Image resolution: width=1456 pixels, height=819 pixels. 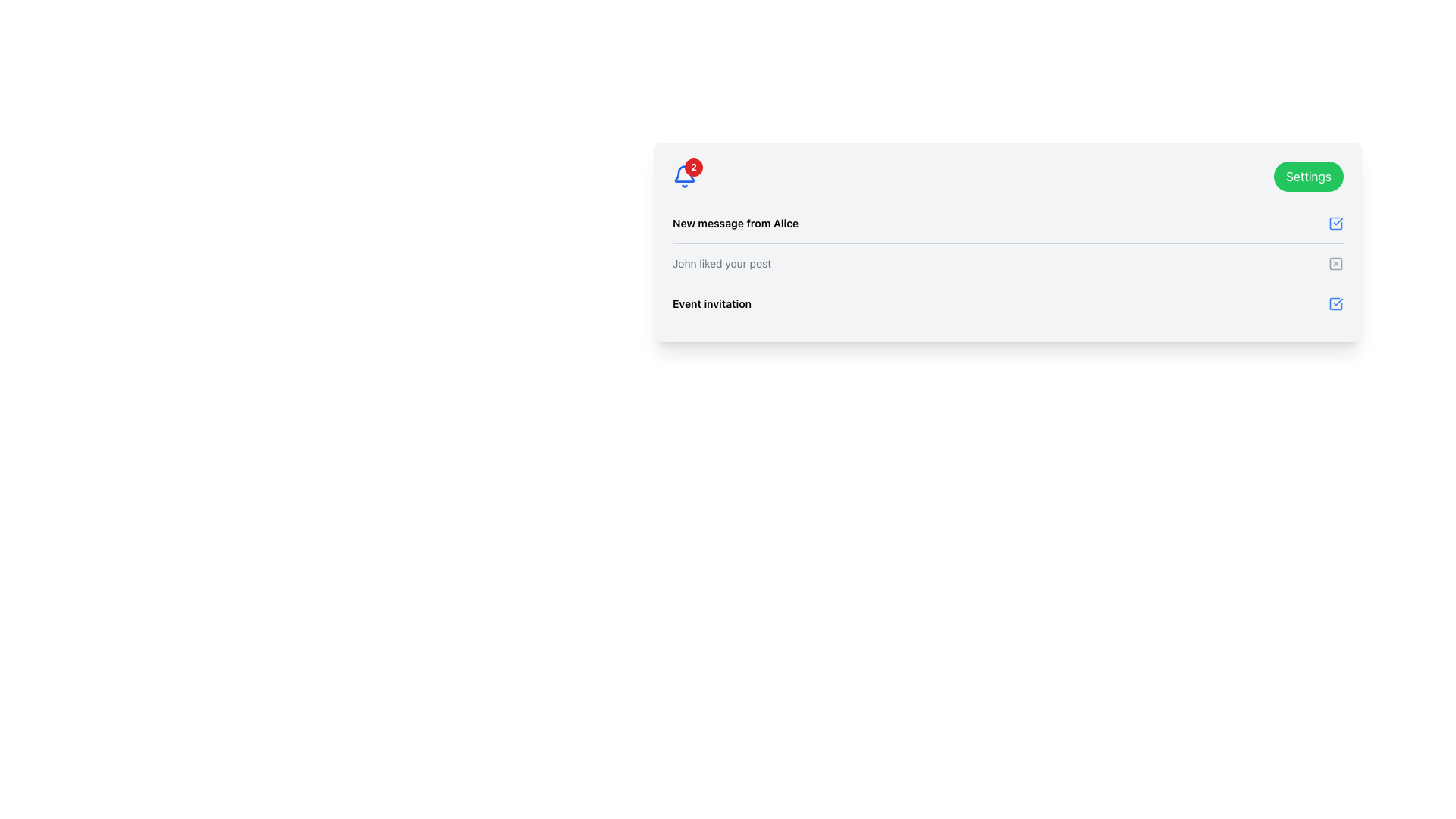 What do you see at coordinates (683, 175) in the screenshot?
I see `the Notification Icon, which indicates the number of new or unread notifications and is located in the top-left corner of the notification panel` at bounding box center [683, 175].